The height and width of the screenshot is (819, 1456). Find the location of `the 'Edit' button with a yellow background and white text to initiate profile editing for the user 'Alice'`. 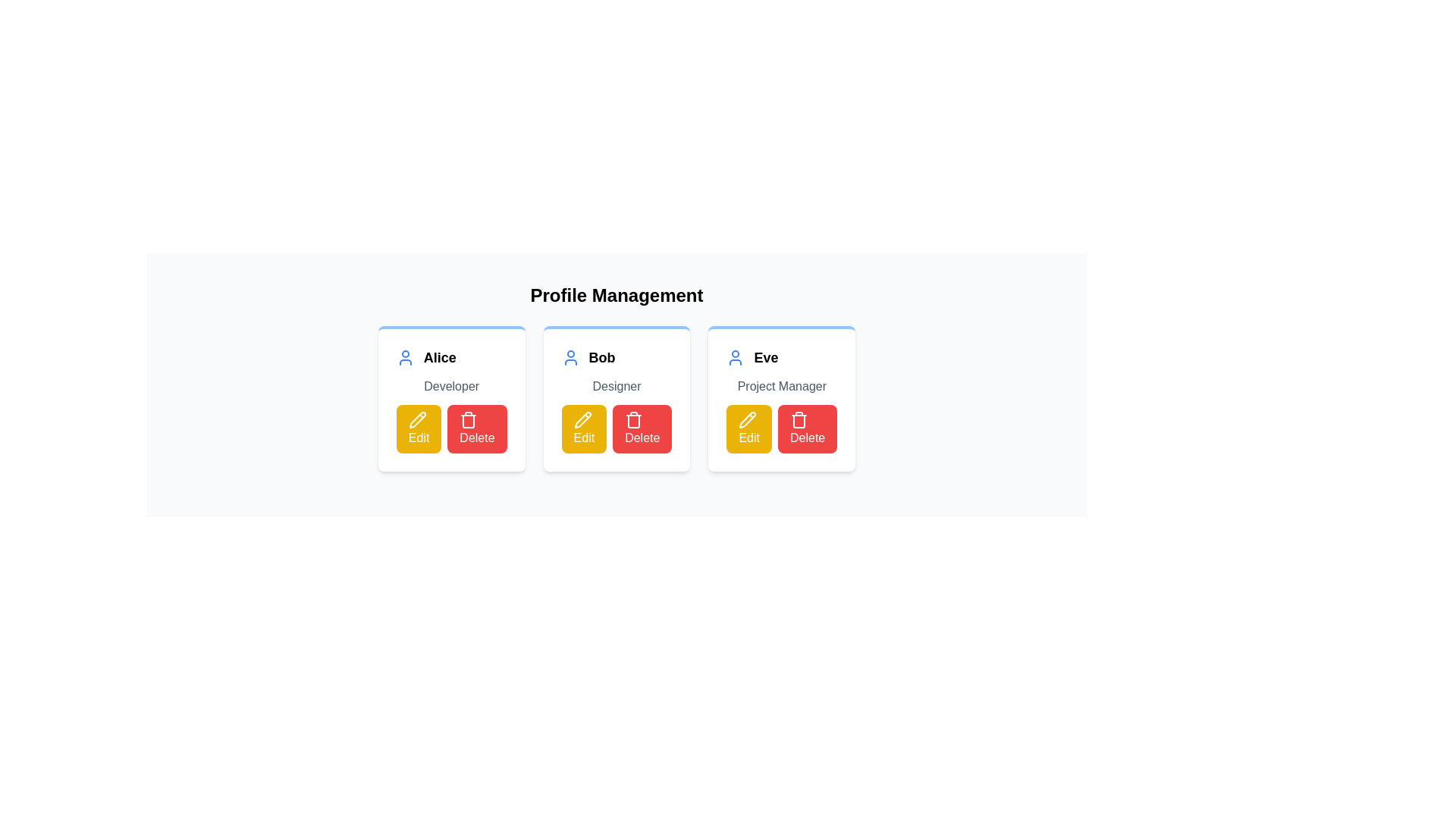

the 'Edit' button with a yellow background and white text to initiate profile editing for the user 'Alice' is located at coordinates (419, 429).